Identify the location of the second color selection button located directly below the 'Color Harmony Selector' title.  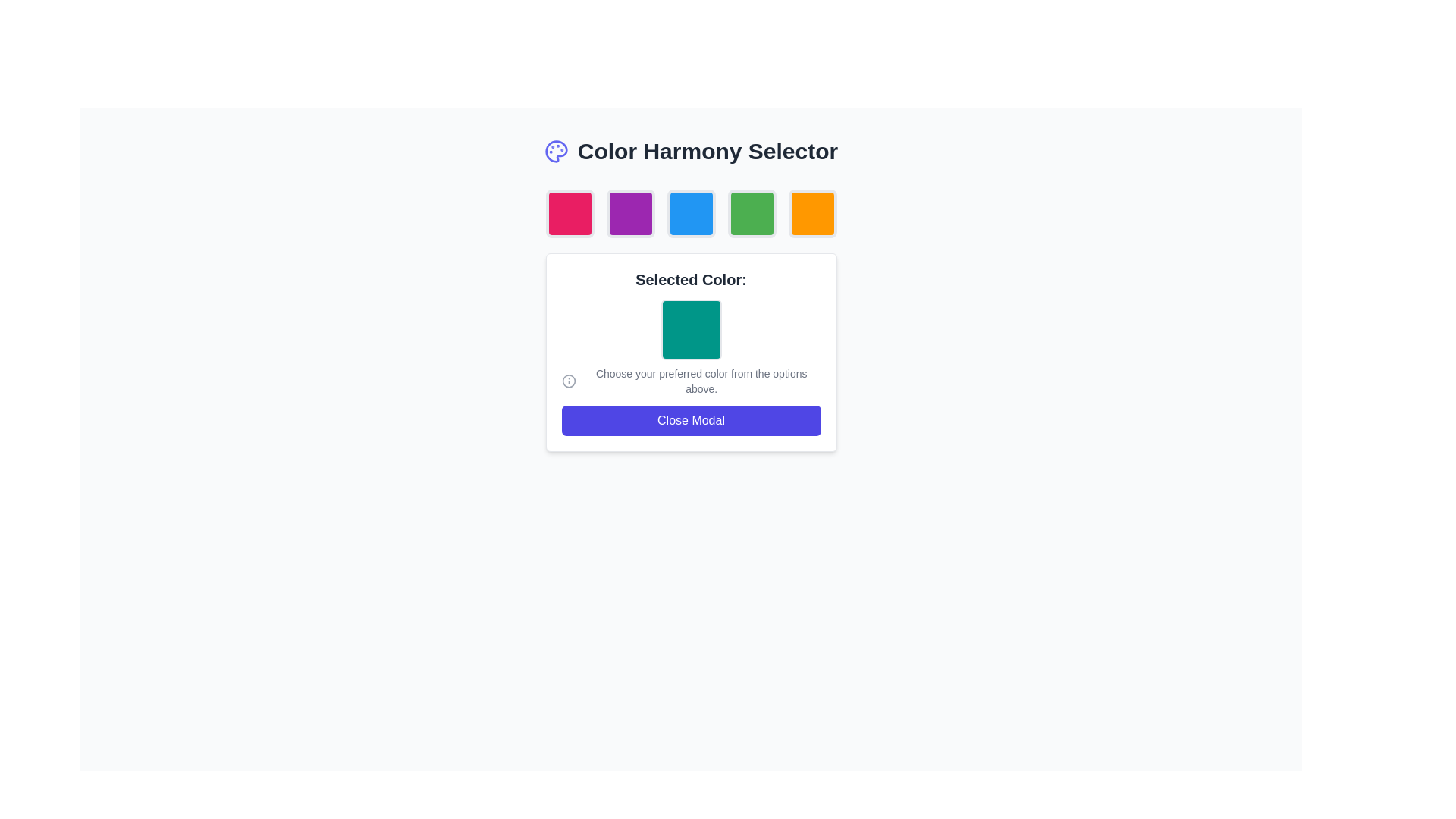
(630, 213).